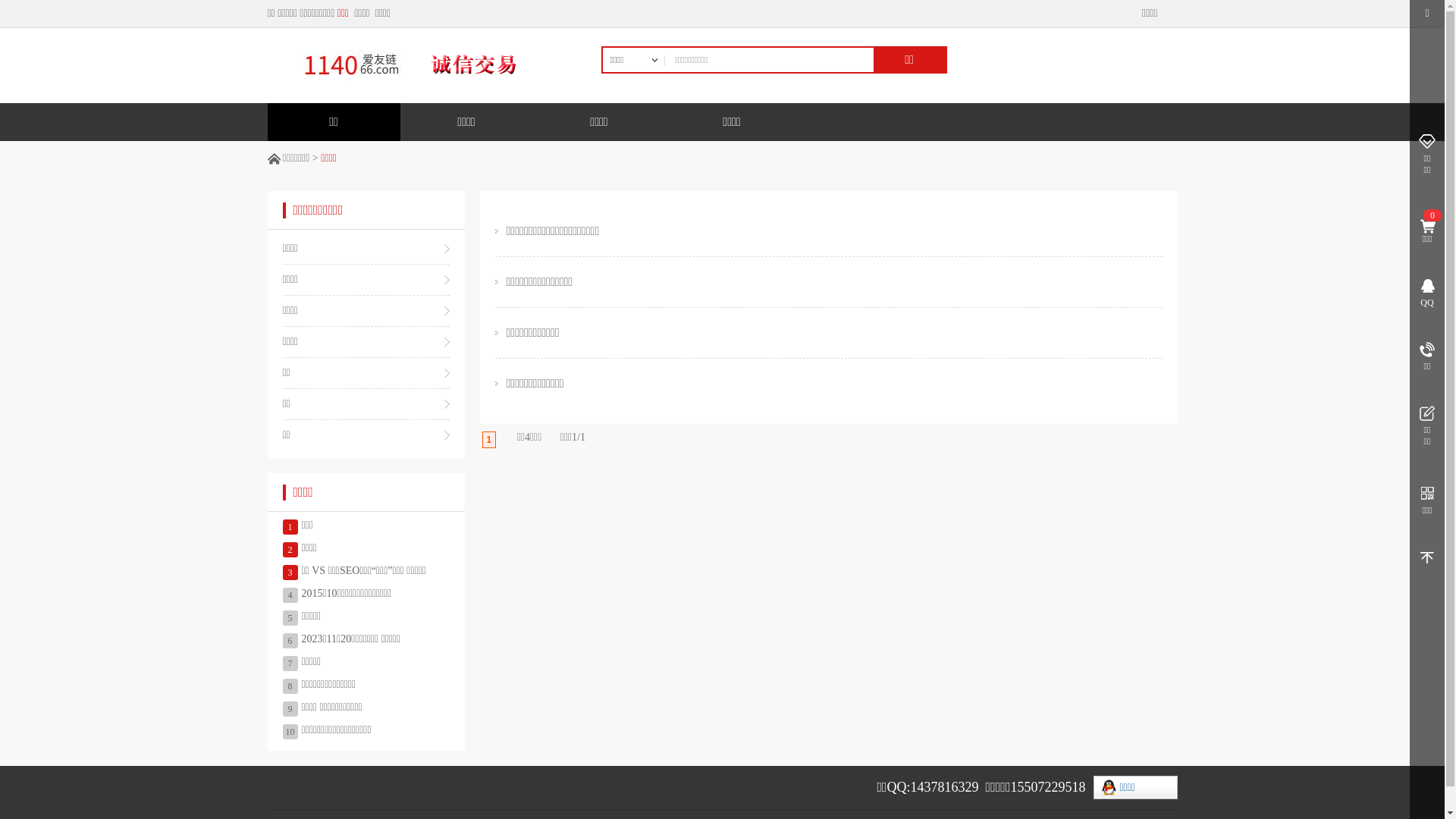 This screenshot has height=819, width=1456. What do you see at coordinates (489, 439) in the screenshot?
I see `'1'` at bounding box center [489, 439].